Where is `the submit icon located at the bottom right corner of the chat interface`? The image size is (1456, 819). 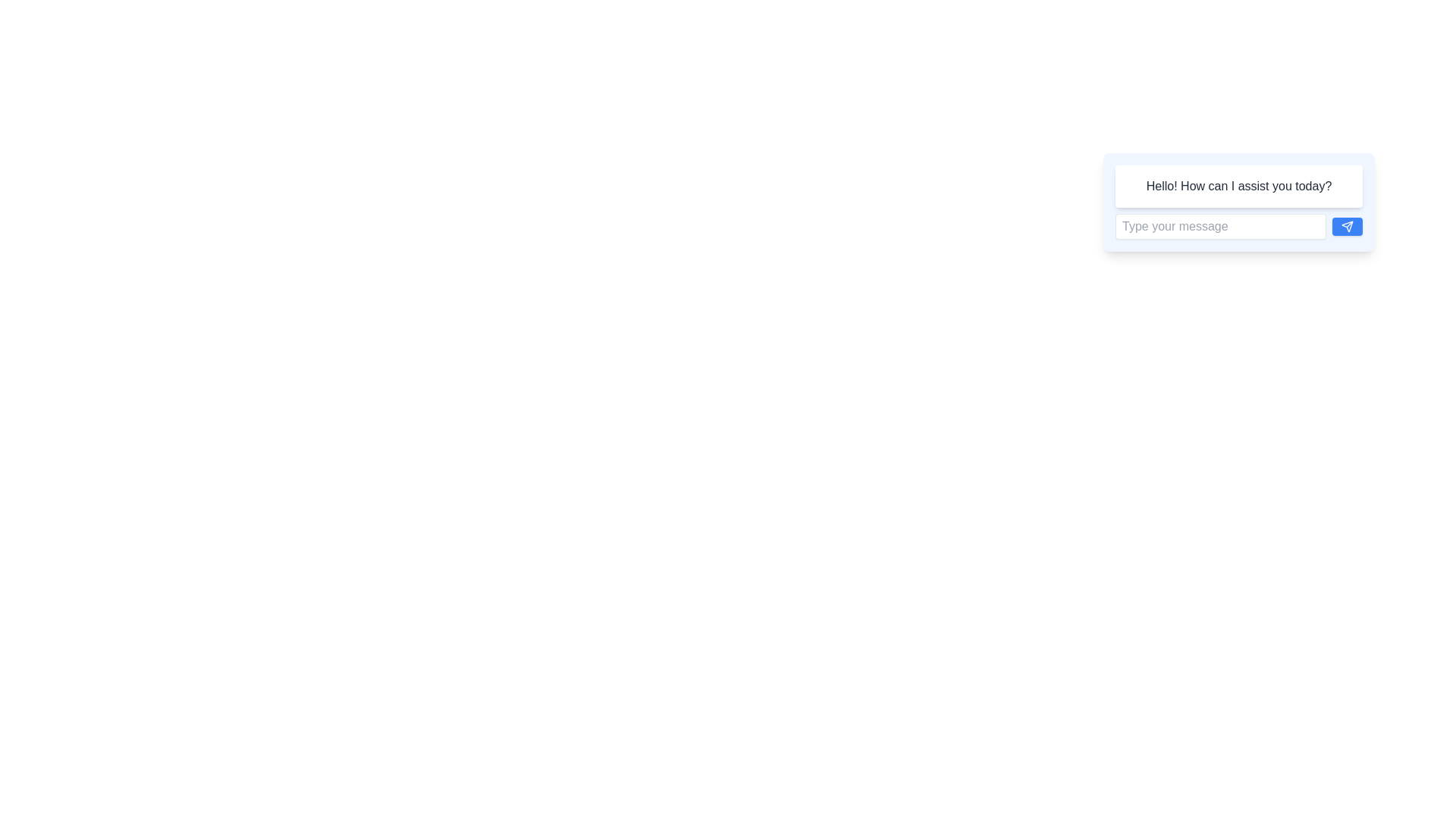
the submit icon located at the bottom right corner of the chat interface is located at coordinates (1347, 227).